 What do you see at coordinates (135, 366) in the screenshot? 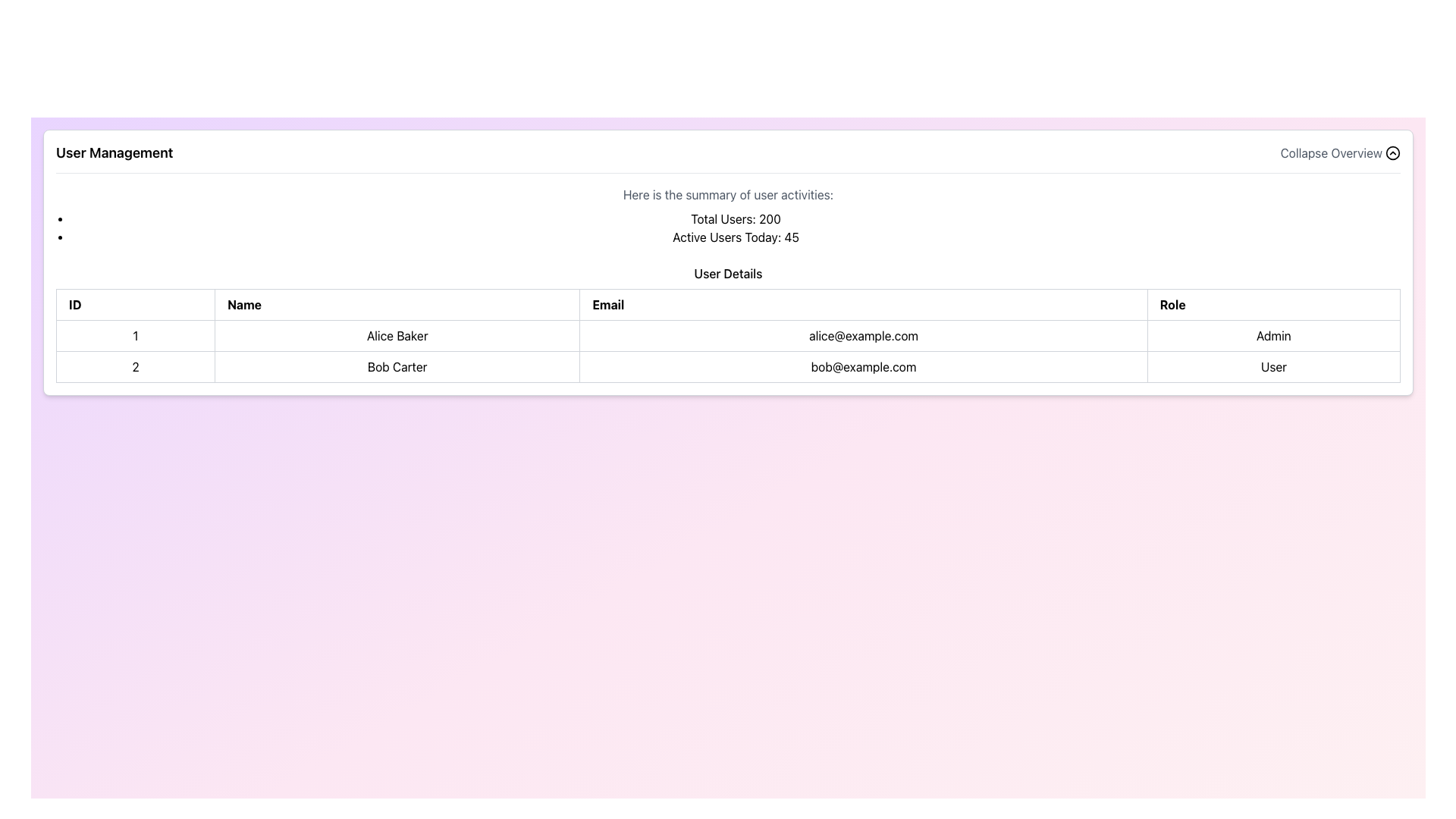
I see `the table cell displaying the text '2' to highlight the entire row it belongs to` at bounding box center [135, 366].